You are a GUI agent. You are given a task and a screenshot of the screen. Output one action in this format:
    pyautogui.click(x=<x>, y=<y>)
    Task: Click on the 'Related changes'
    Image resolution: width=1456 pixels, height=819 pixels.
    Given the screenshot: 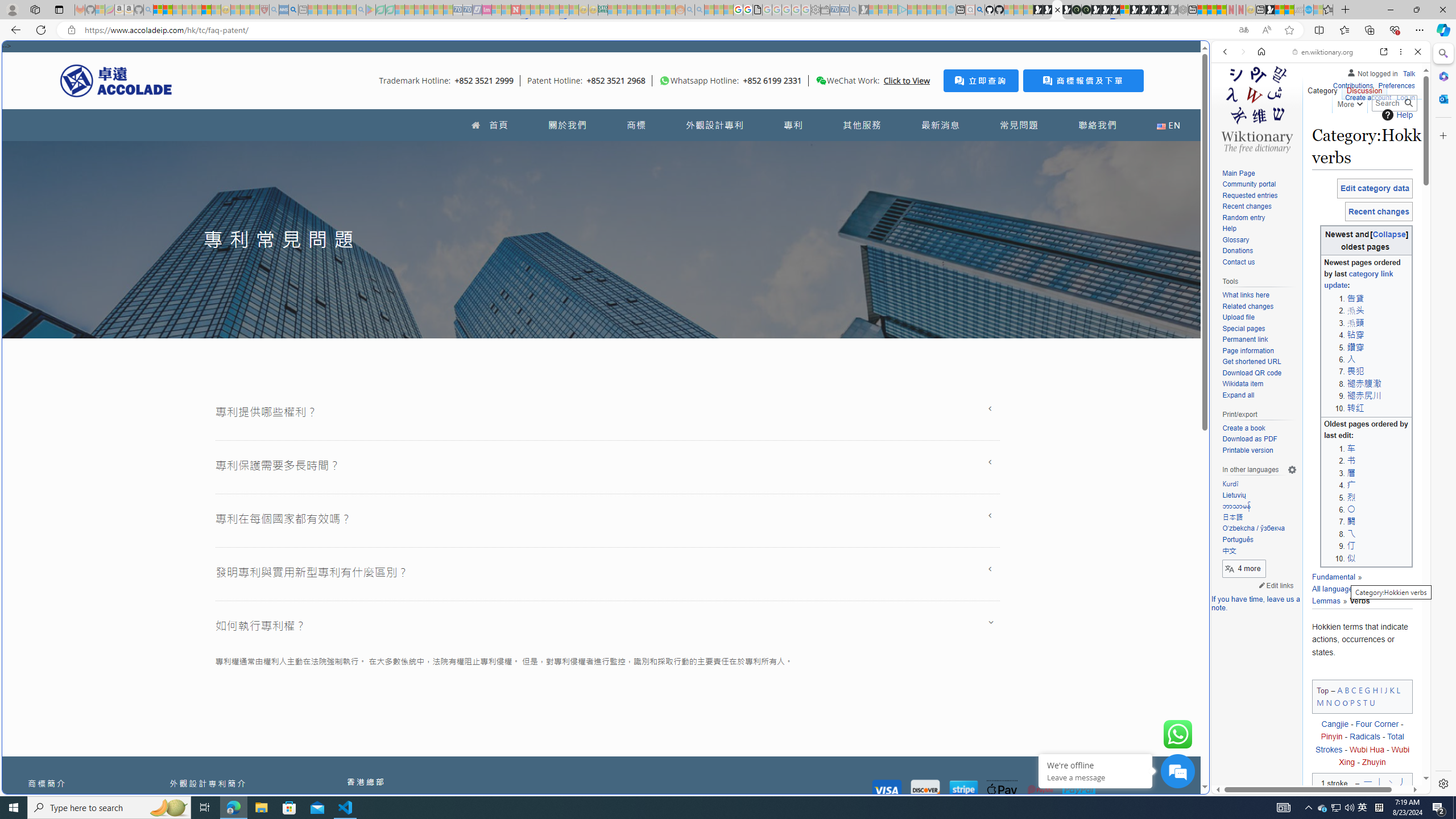 What is the action you would take?
    pyautogui.click(x=1259, y=307)
    